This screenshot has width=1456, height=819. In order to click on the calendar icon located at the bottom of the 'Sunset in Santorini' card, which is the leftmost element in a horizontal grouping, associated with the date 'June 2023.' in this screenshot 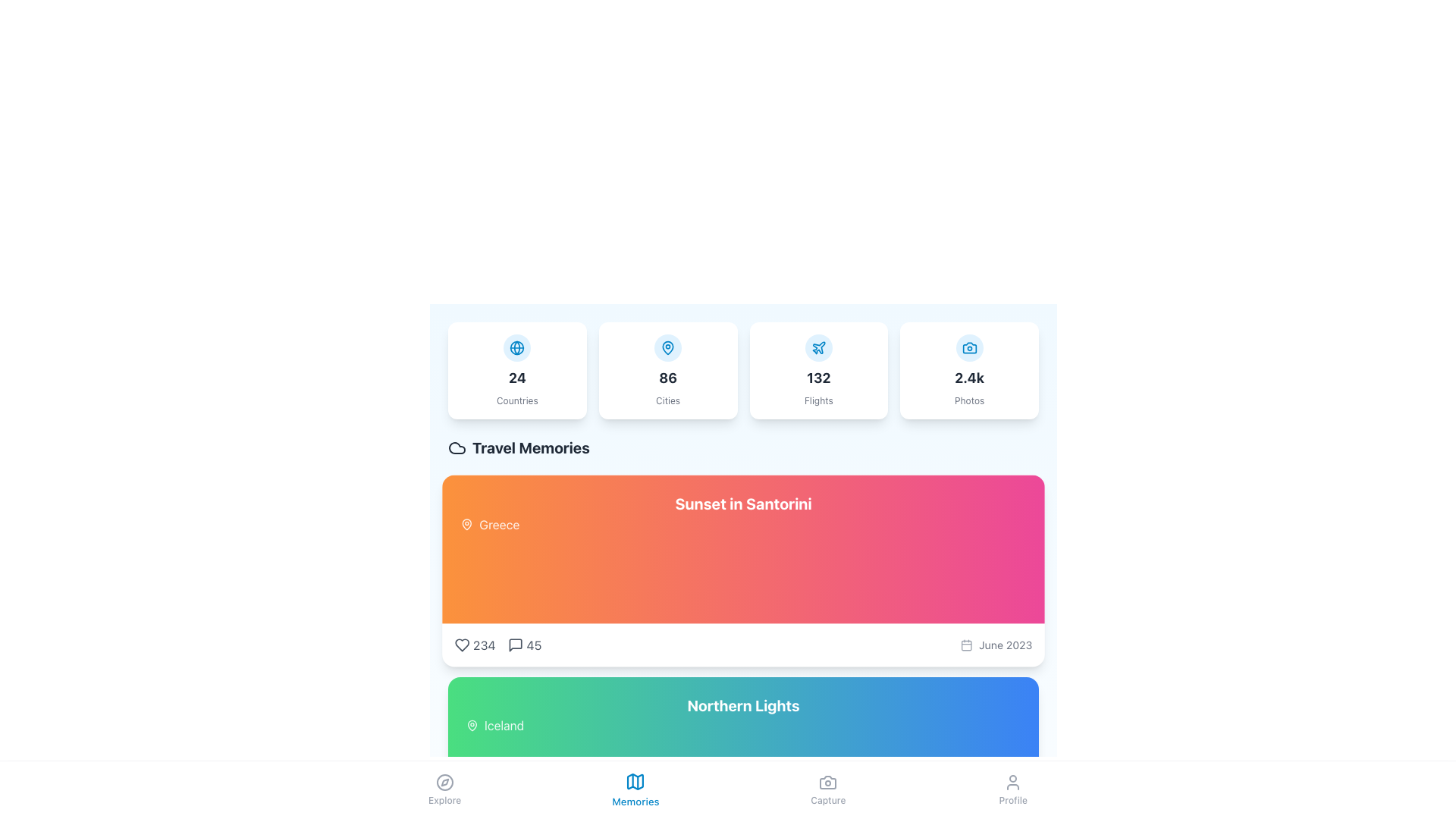, I will do `click(965, 645)`.